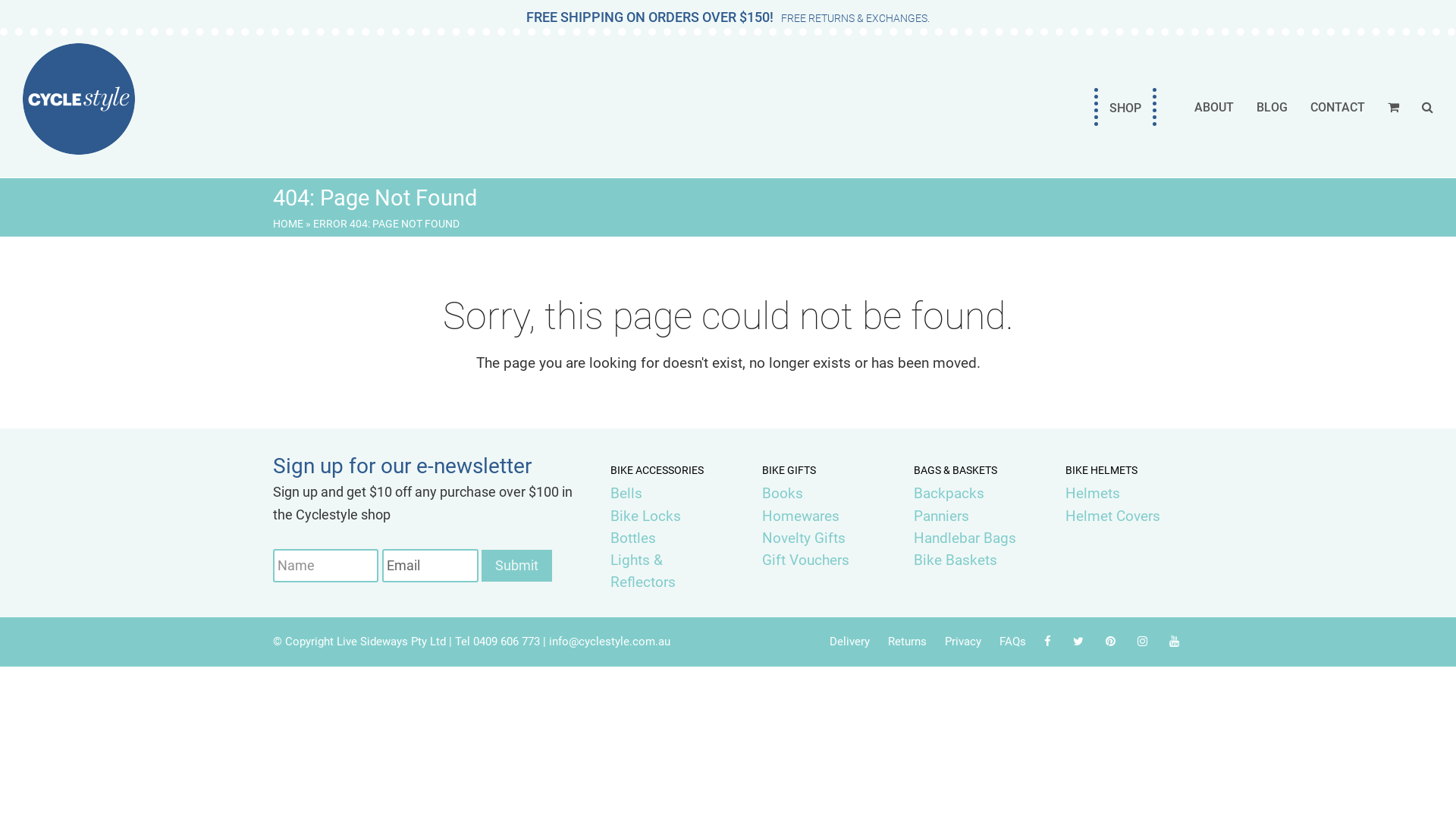 The image size is (1456, 819). What do you see at coordinates (1012, 641) in the screenshot?
I see `'FAQs'` at bounding box center [1012, 641].